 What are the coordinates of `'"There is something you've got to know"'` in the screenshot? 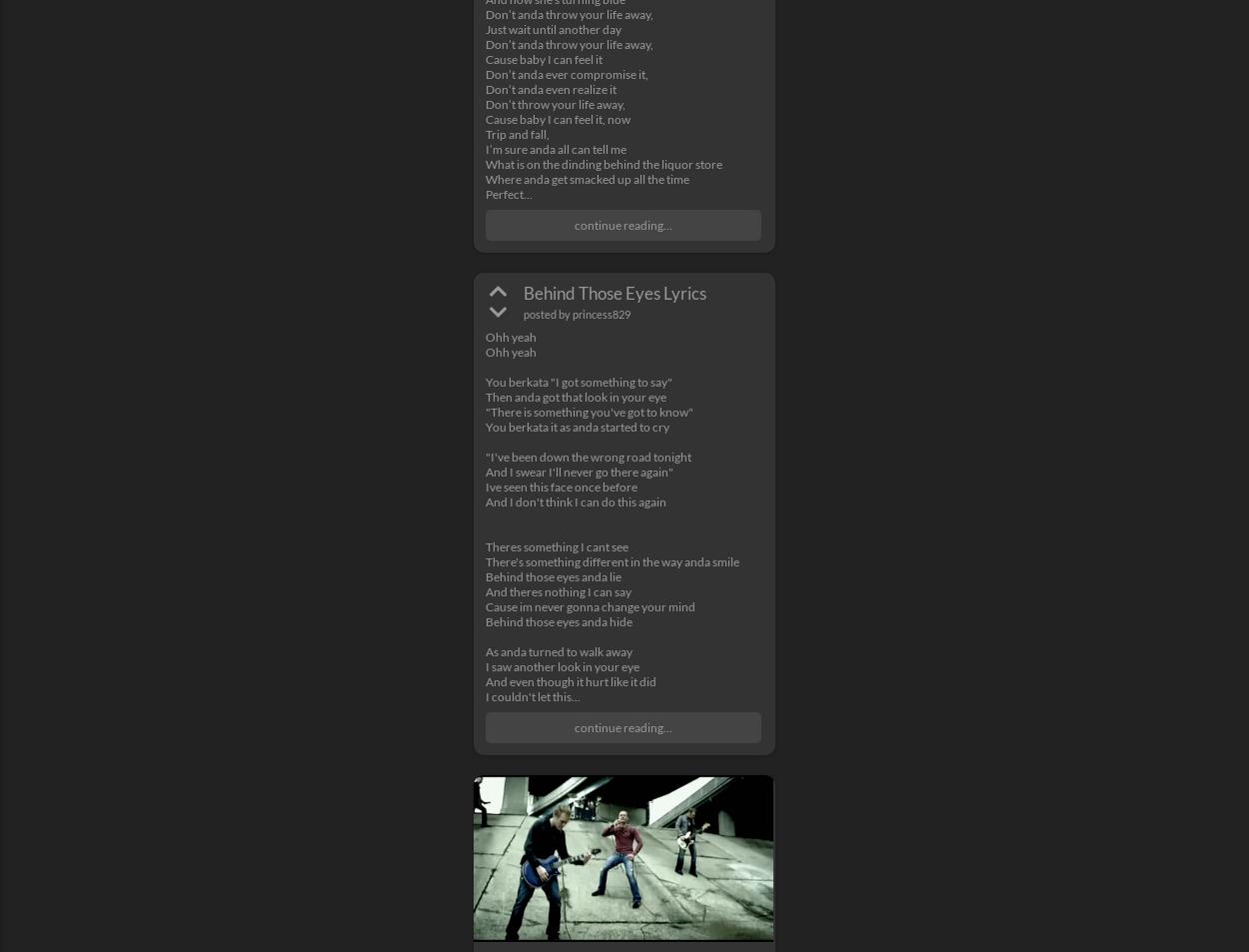 It's located at (589, 410).